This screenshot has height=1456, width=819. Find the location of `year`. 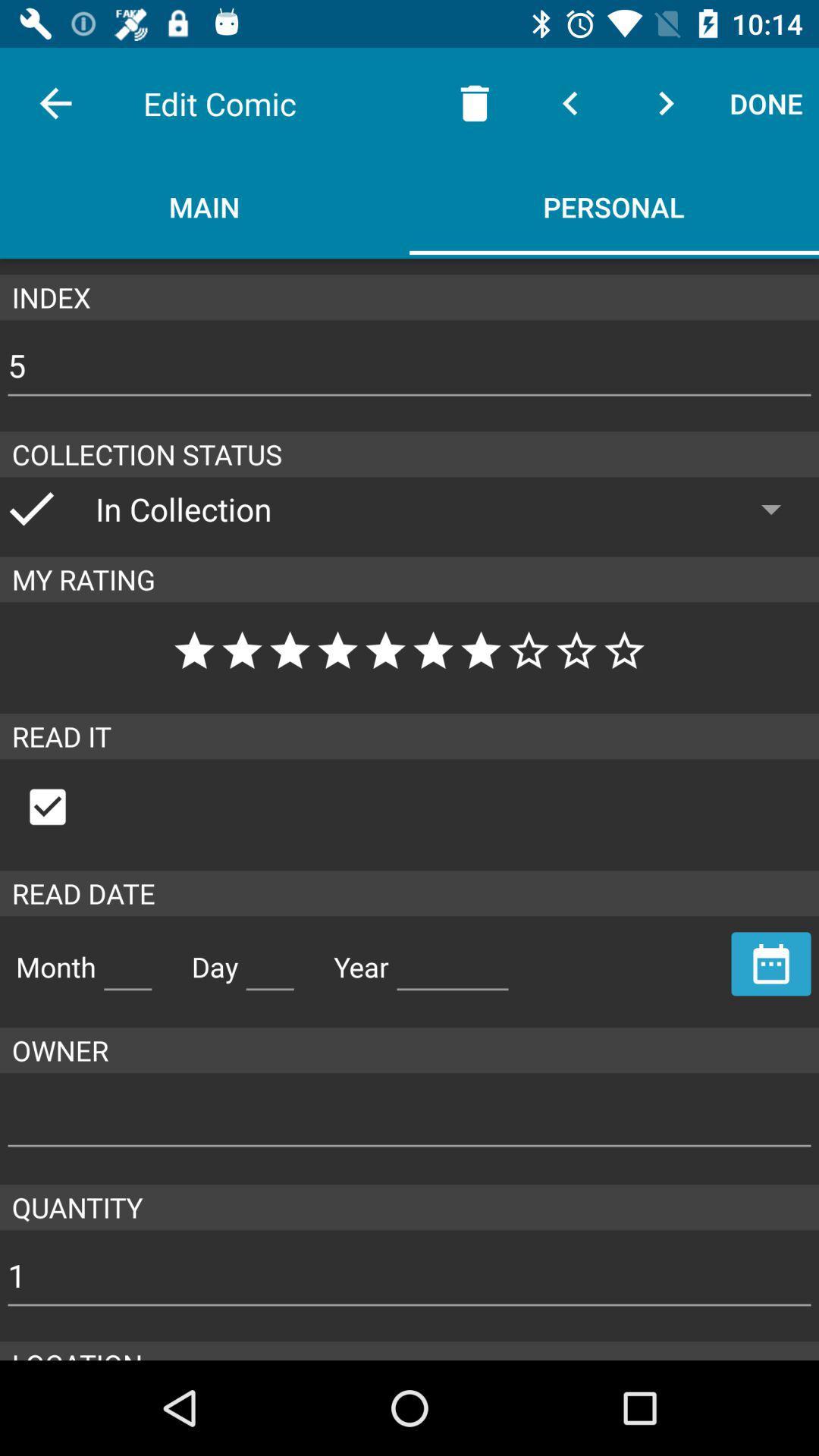

year is located at coordinates (452, 960).